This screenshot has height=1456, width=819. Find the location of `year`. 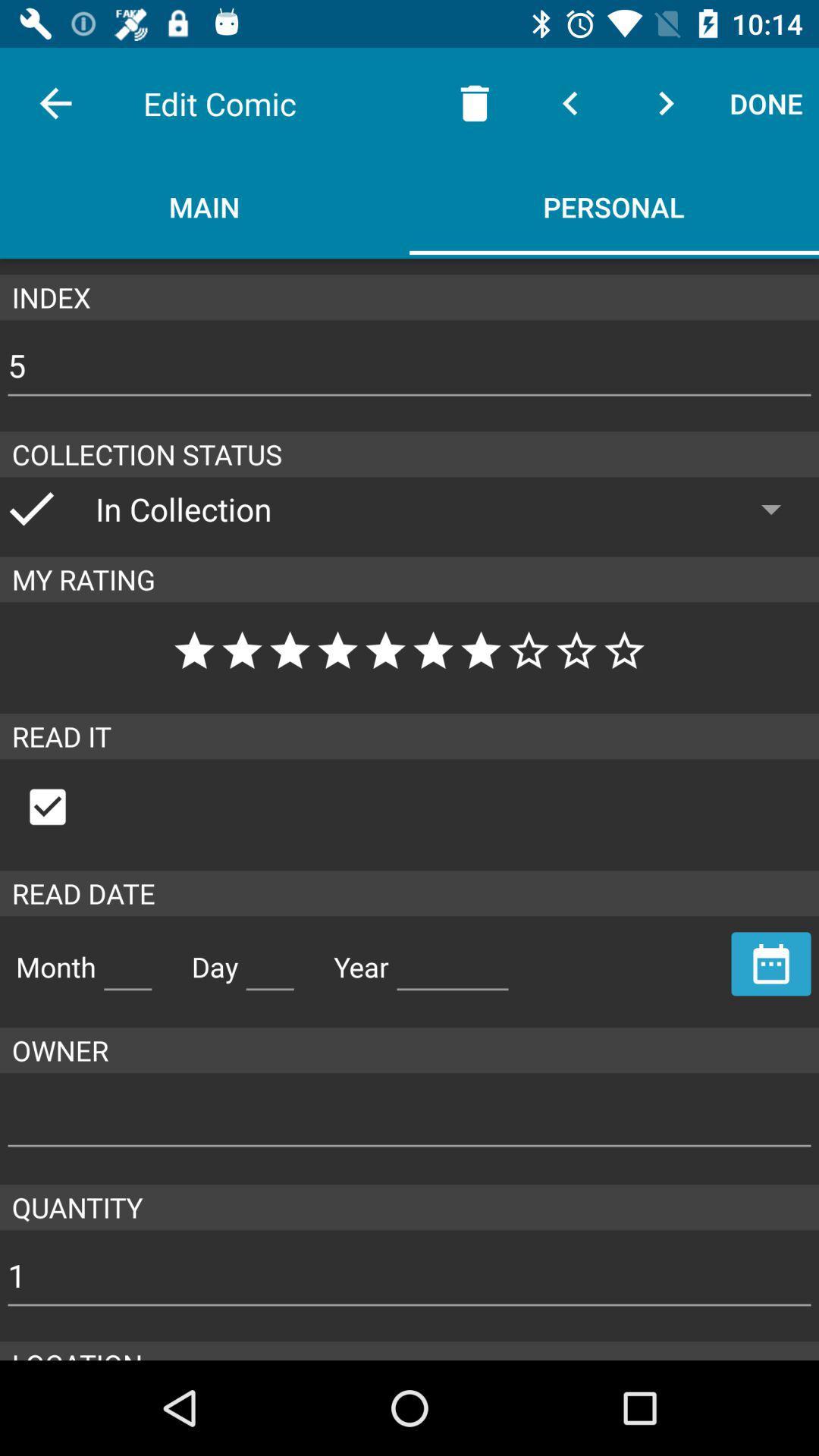

year is located at coordinates (452, 960).